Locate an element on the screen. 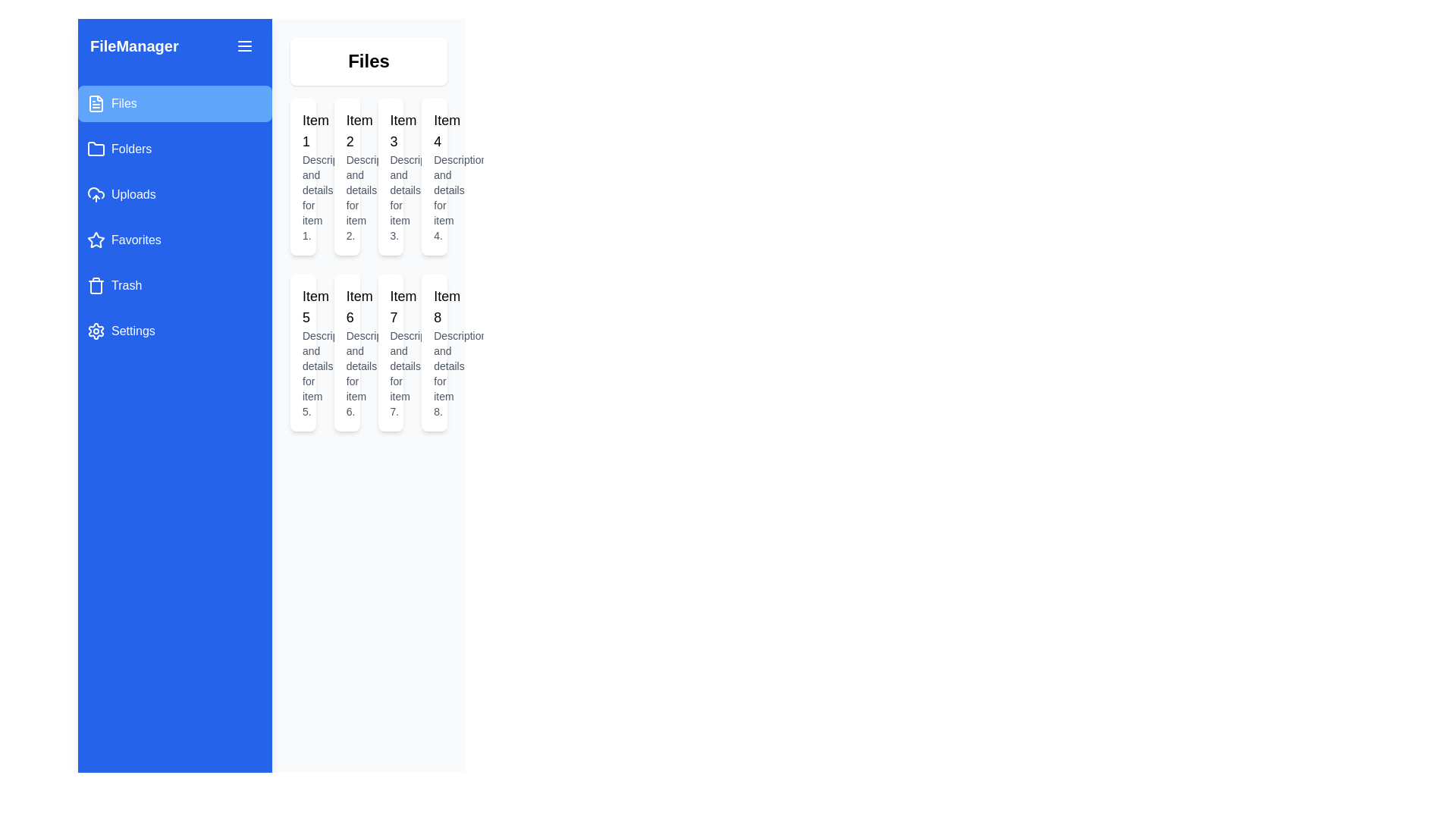 This screenshot has height=819, width=1456. the Text Label that serves as the heading for the item within the card labeled 'Item 6', which is positioned in the second row and second column of the grid layout beneath the title 'Files' is located at coordinates (346, 307).